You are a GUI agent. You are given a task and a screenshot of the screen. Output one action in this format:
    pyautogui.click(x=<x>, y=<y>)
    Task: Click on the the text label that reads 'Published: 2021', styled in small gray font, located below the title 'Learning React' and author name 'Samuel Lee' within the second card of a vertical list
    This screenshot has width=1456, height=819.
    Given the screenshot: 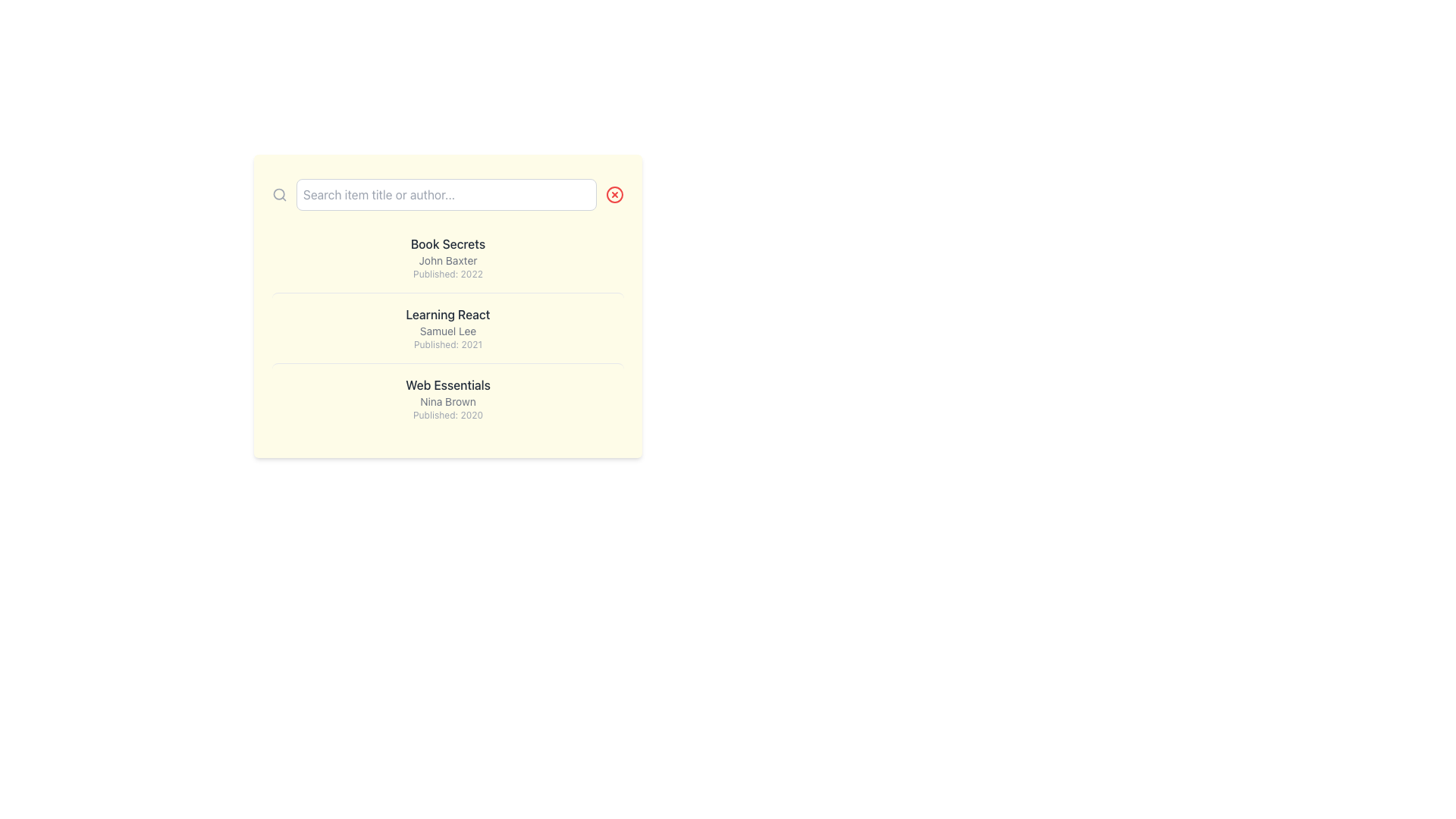 What is the action you would take?
    pyautogui.click(x=447, y=345)
    